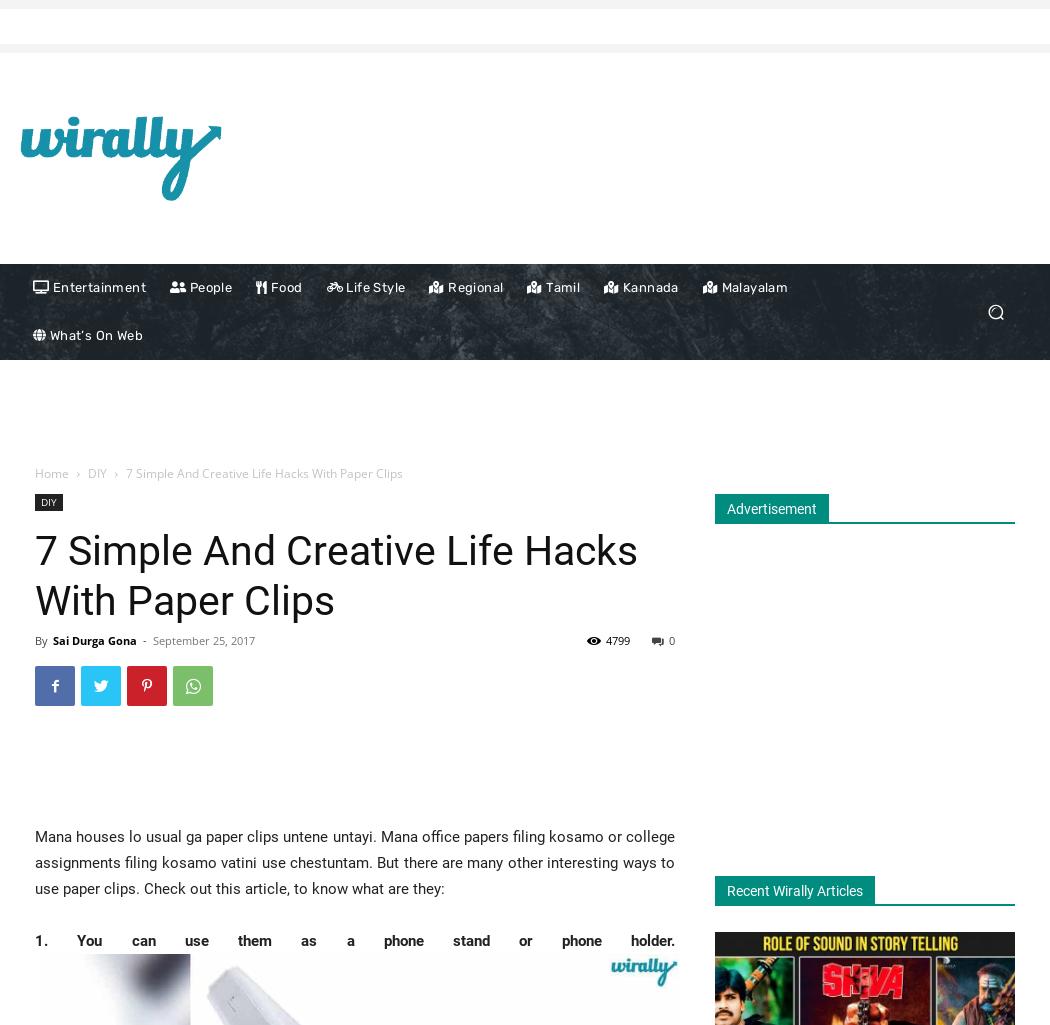 This screenshot has width=1050, height=1025. What do you see at coordinates (203, 639) in the screenshot?
I see `'September 25, 2017'` at bounding box center [203, 639].